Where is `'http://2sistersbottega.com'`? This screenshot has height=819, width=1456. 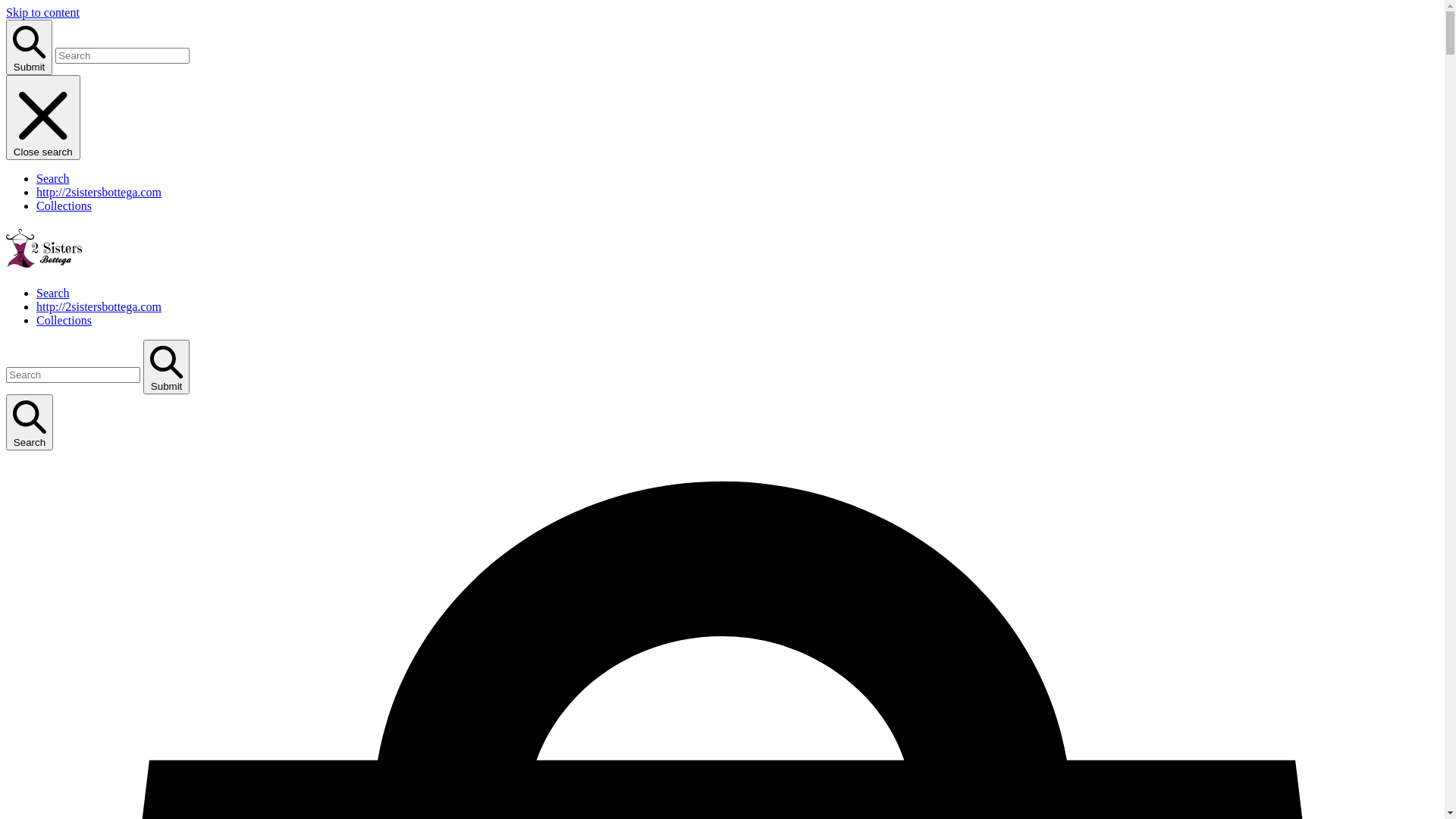
'http://2sistersbottega.com' is located at coordinates (98, 191).